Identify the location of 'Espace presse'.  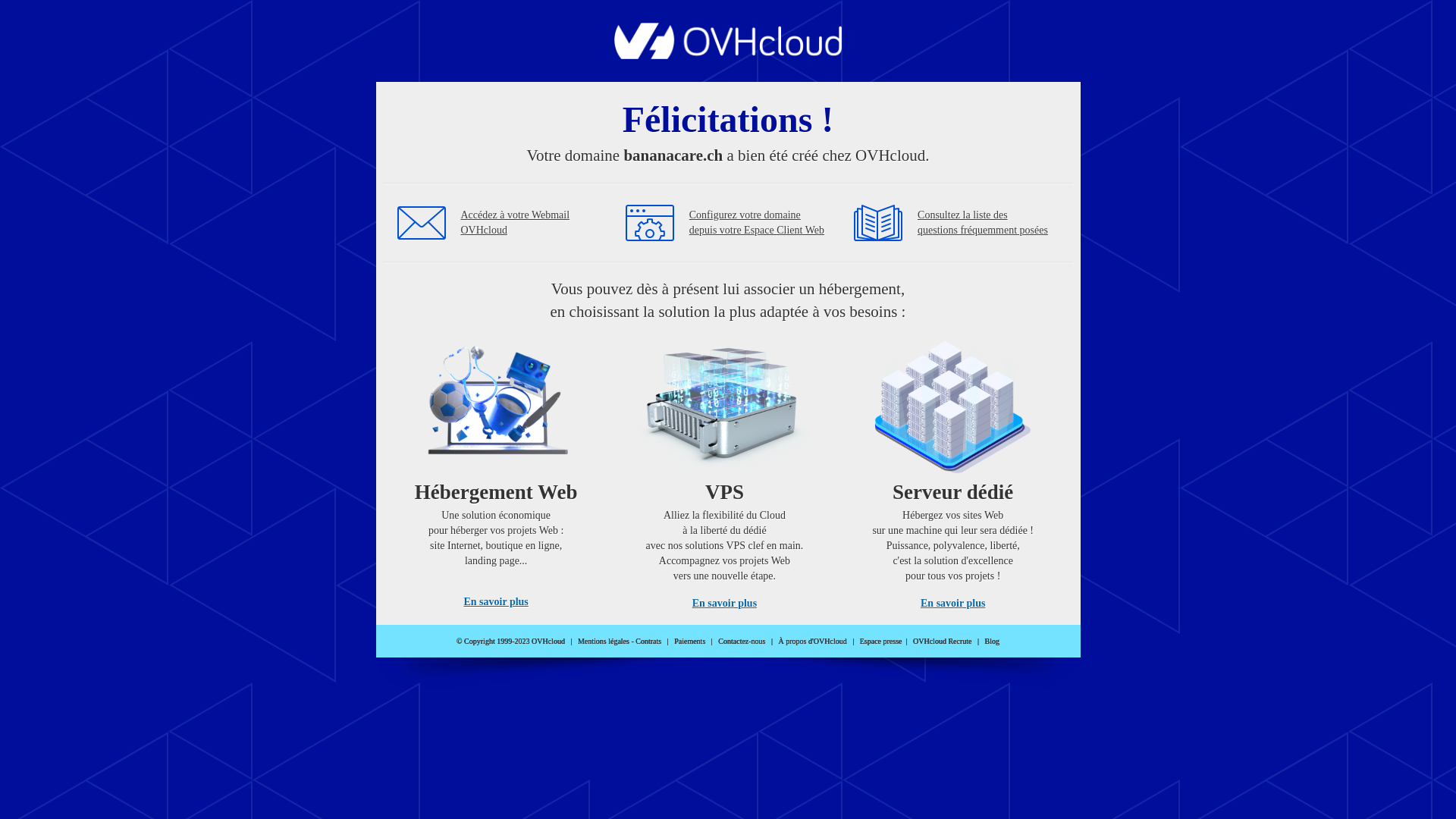
(880, 641).